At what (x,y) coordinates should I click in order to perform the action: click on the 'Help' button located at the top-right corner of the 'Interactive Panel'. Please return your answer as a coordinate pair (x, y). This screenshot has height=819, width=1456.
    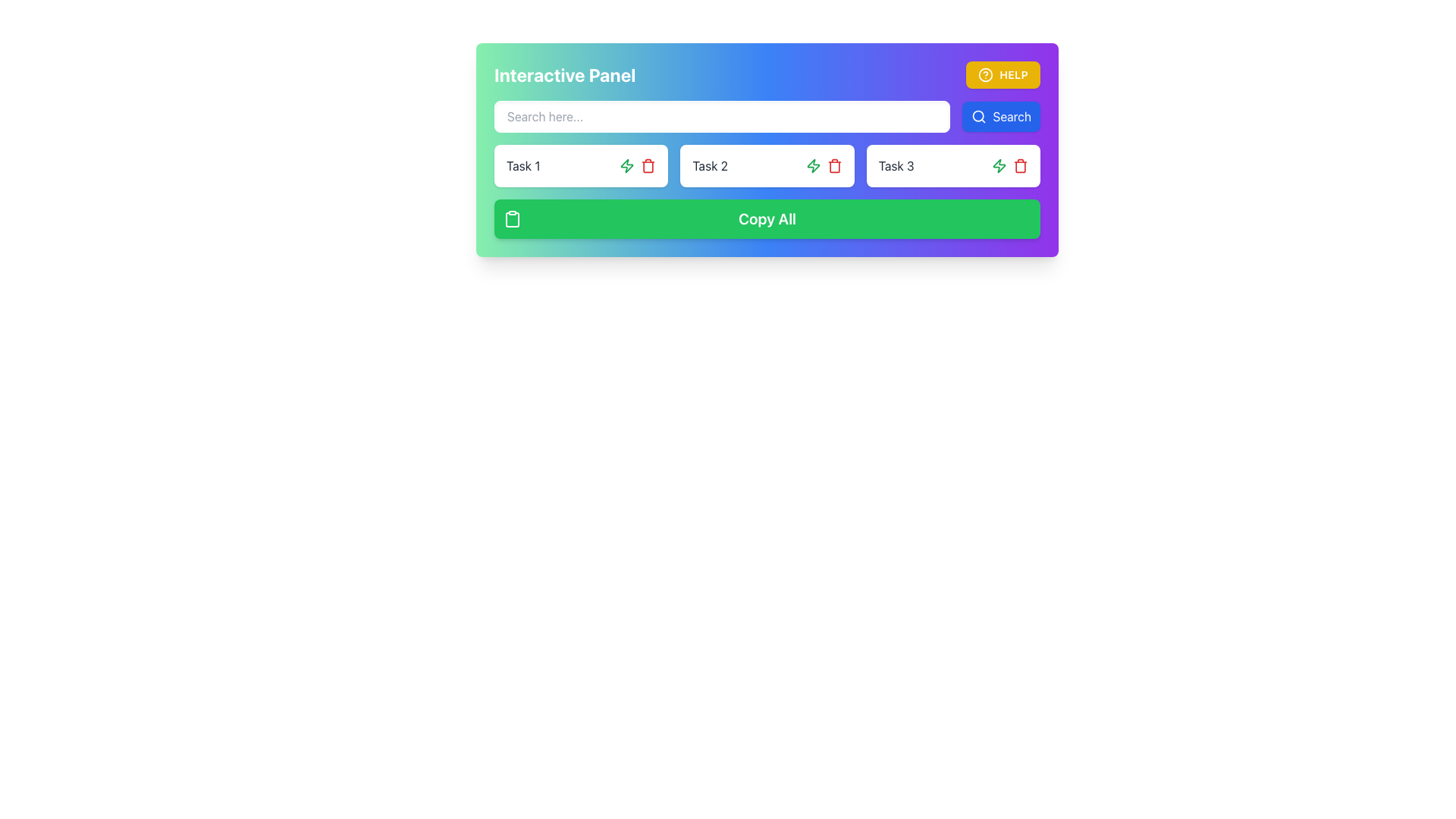
    Looking at the image, I should click on (1003, 75).